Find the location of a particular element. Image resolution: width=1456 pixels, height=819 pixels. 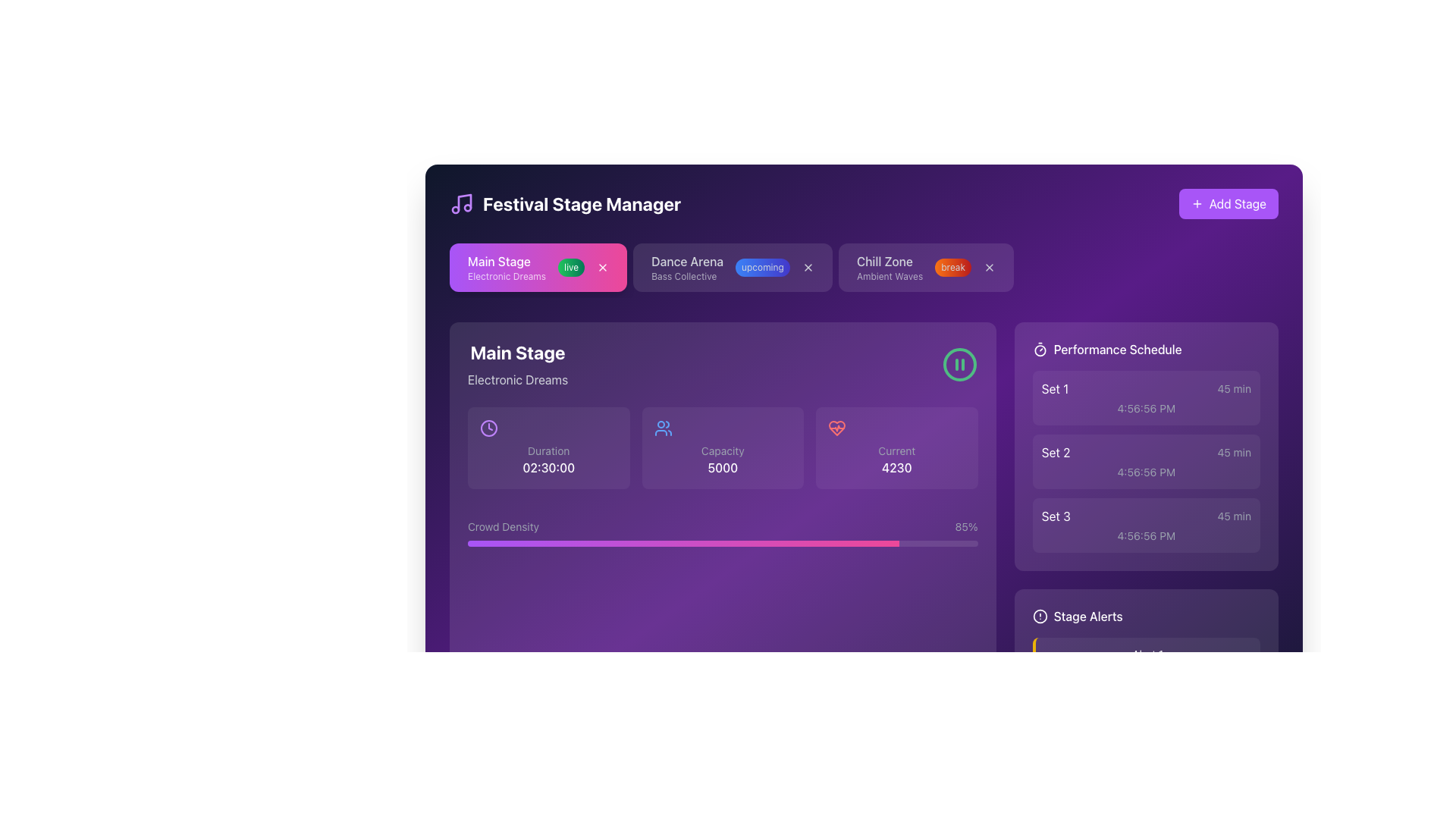

the Informational card displaying the 'Capacity' label, which features a two-person glyph icon and a numerical value of '5000' in bold white font, positioned centrally between the 'Duration' and 'Current' cards is located at coordinates (722, 447).